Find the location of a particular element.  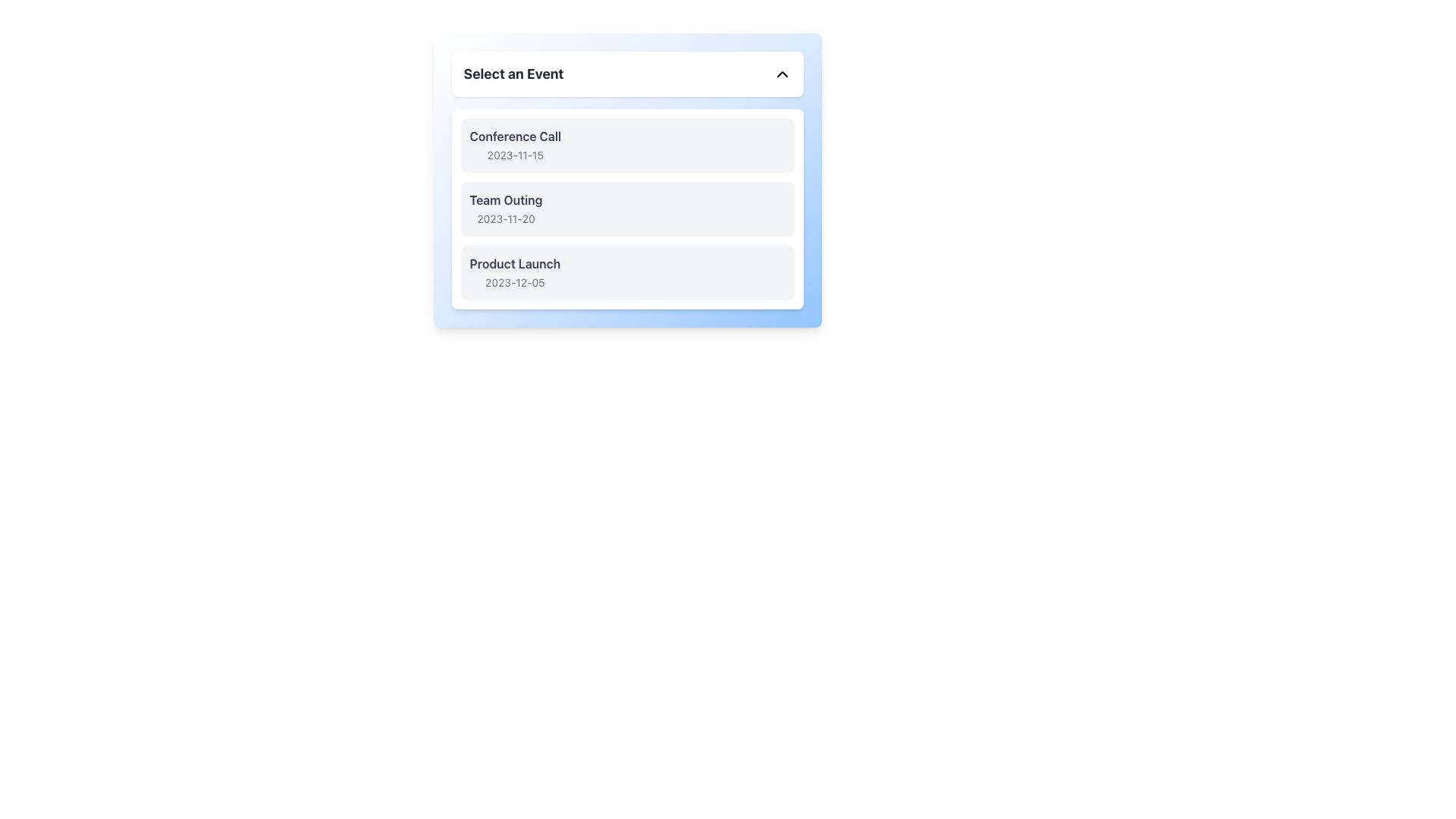

the chevron SVG icon used as a dropdown indicator for the 'Select an Event' button is located at coordinates (782, 74).